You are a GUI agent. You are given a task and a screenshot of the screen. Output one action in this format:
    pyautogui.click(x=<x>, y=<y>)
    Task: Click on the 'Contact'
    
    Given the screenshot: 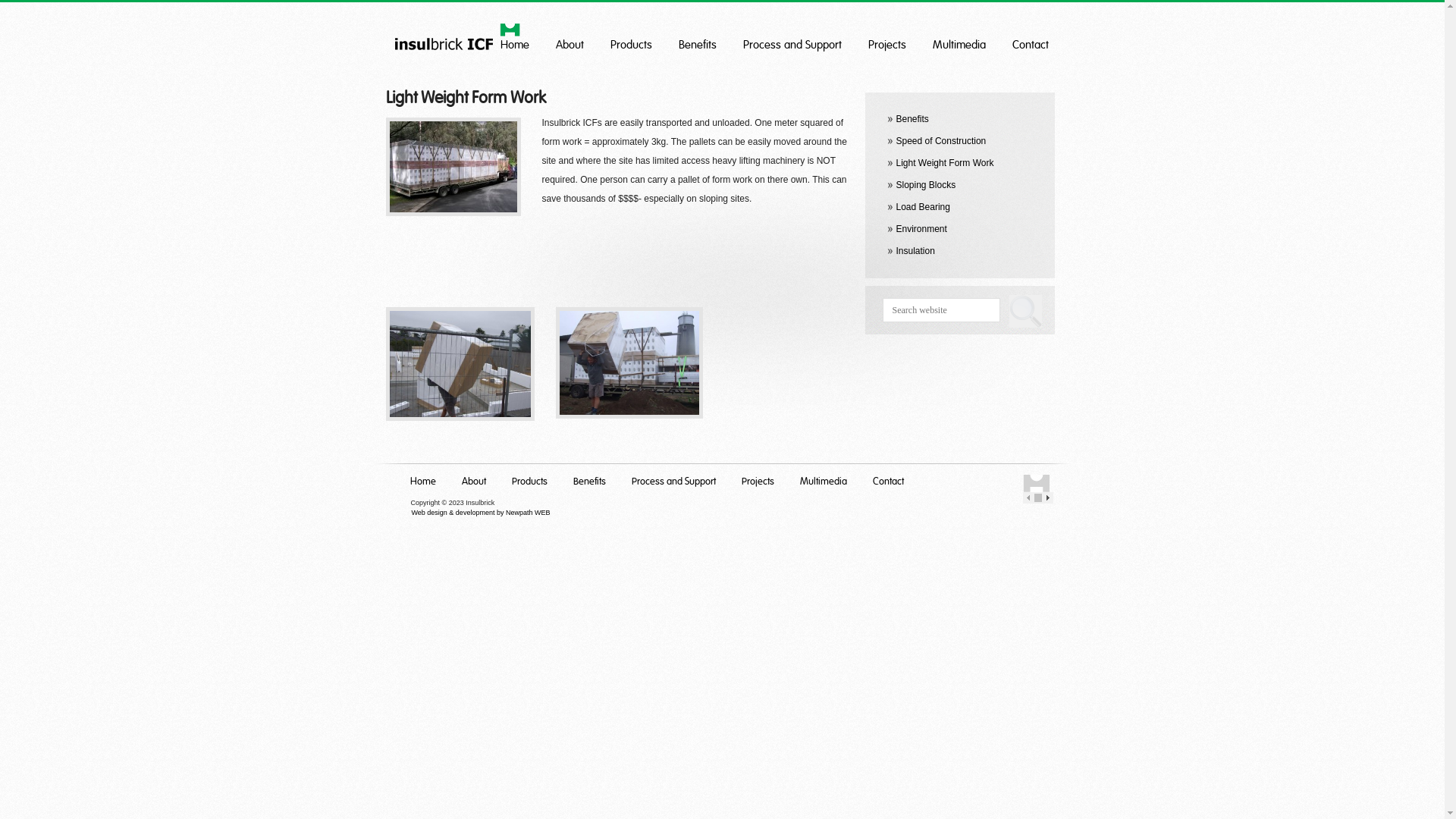 What is the action you would take?
    pyautogui.click(x=888, y=478)
    